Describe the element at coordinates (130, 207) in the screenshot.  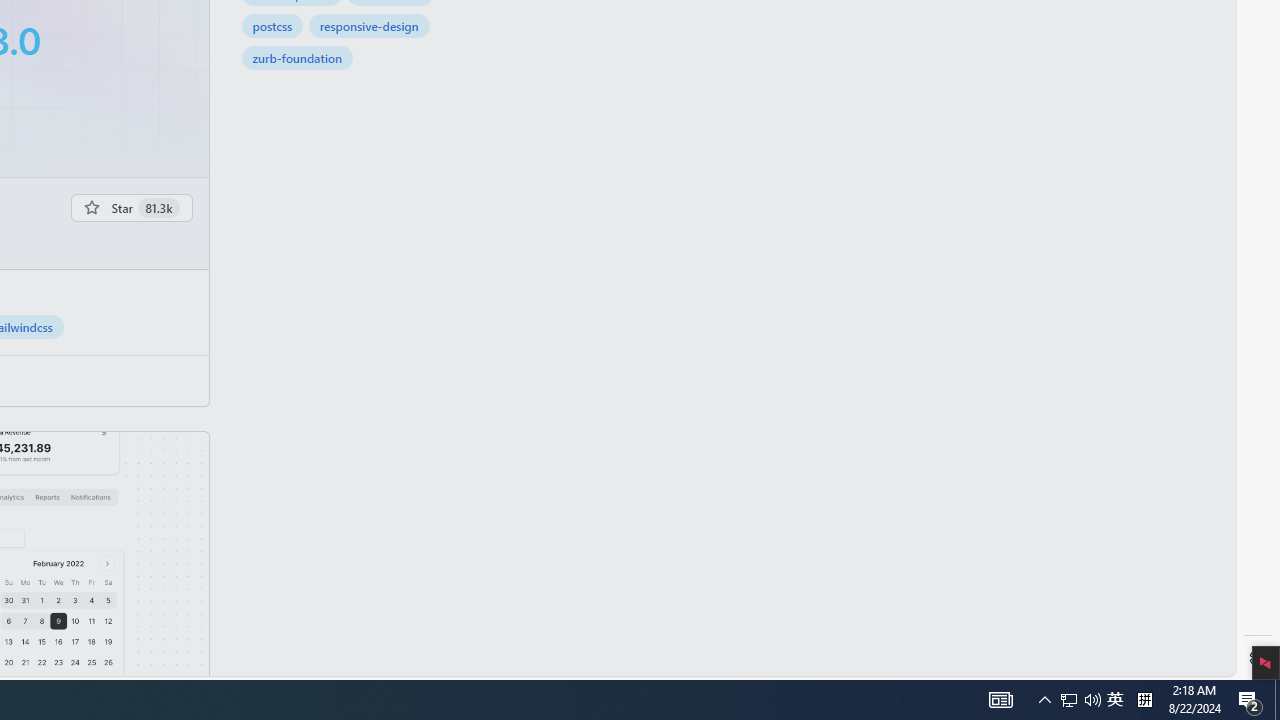
I see `'You must be signed in to star a repository'` at that location.